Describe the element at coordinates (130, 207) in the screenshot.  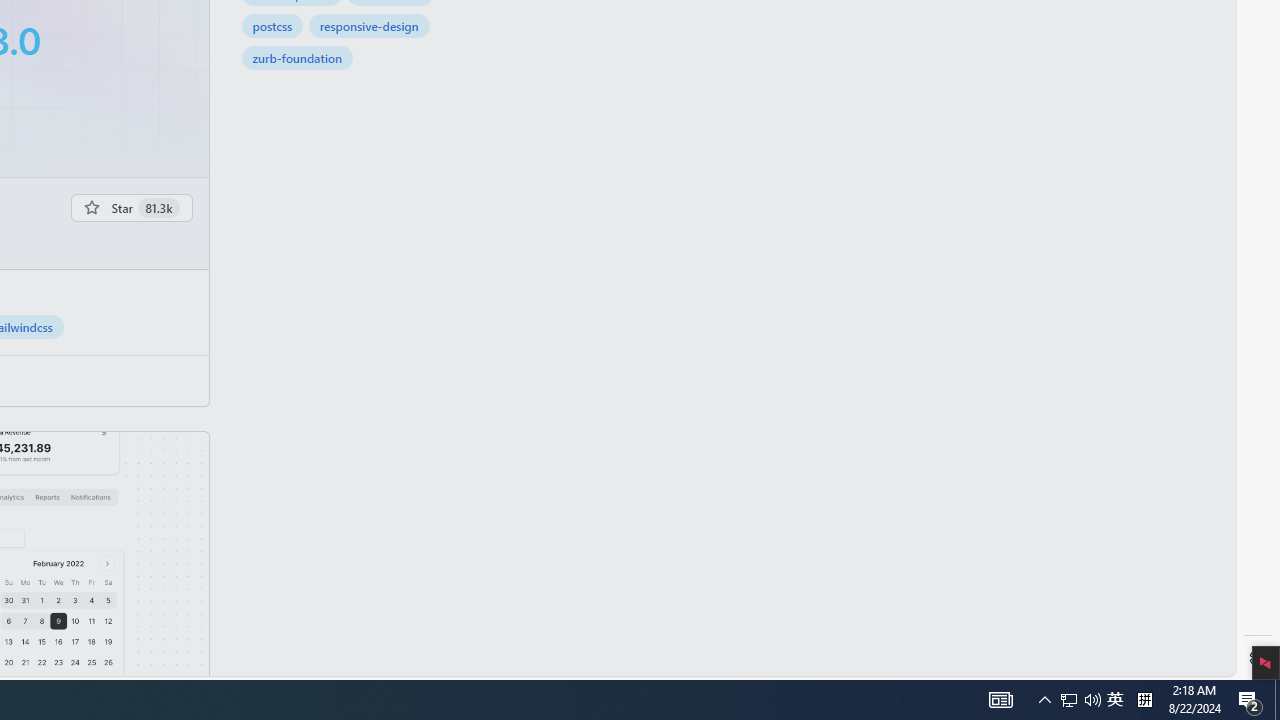
I see `'You must be signed in to star a repository'` at that location.